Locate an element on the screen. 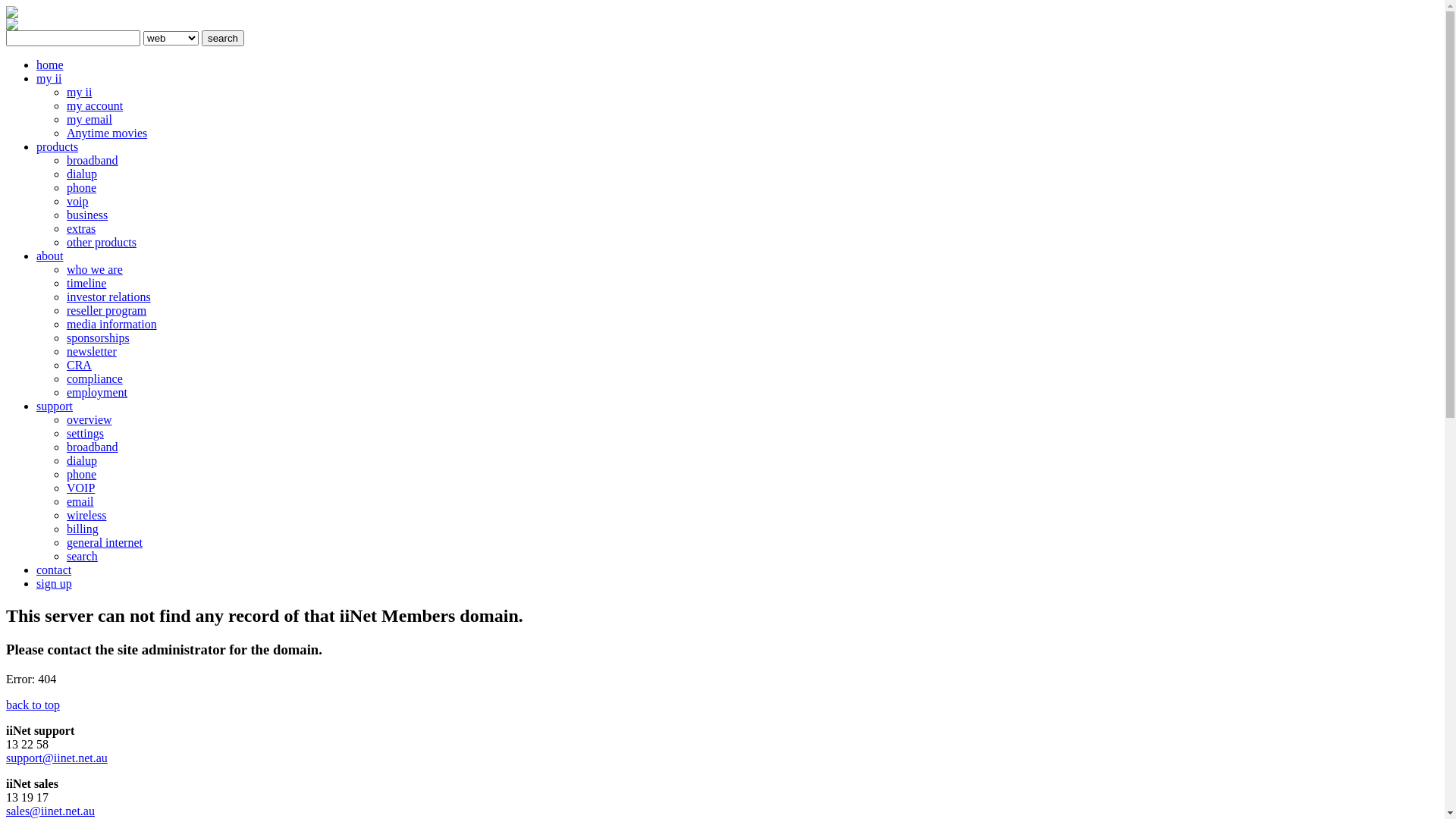 The width and height of the screenshot is (1456, 819). 'contact' is located at coordinates (36, 570).